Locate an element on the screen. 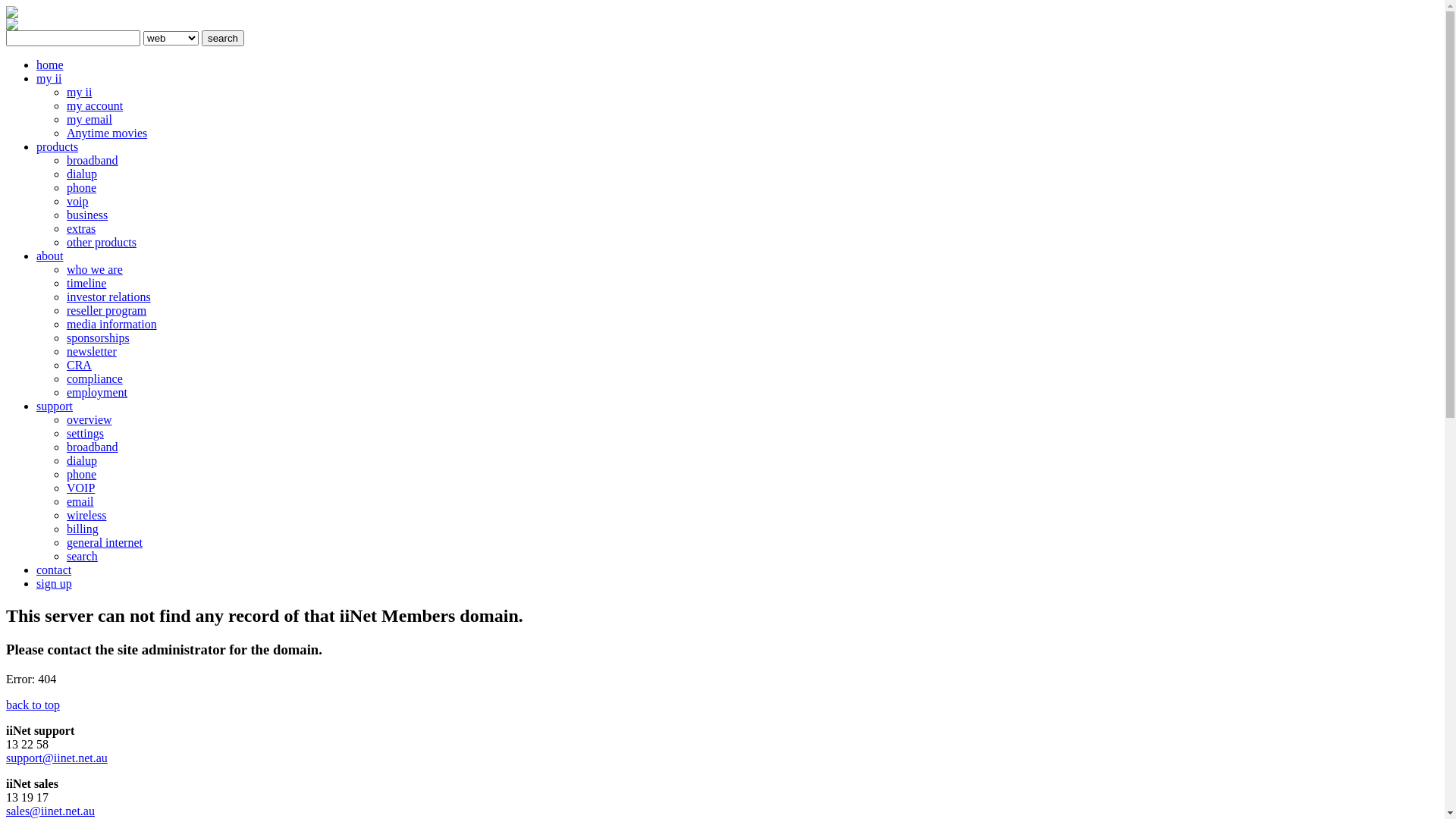 The width and height of the screenshot is (1456, 819). 'contact' is located at coordinates (36, 570).